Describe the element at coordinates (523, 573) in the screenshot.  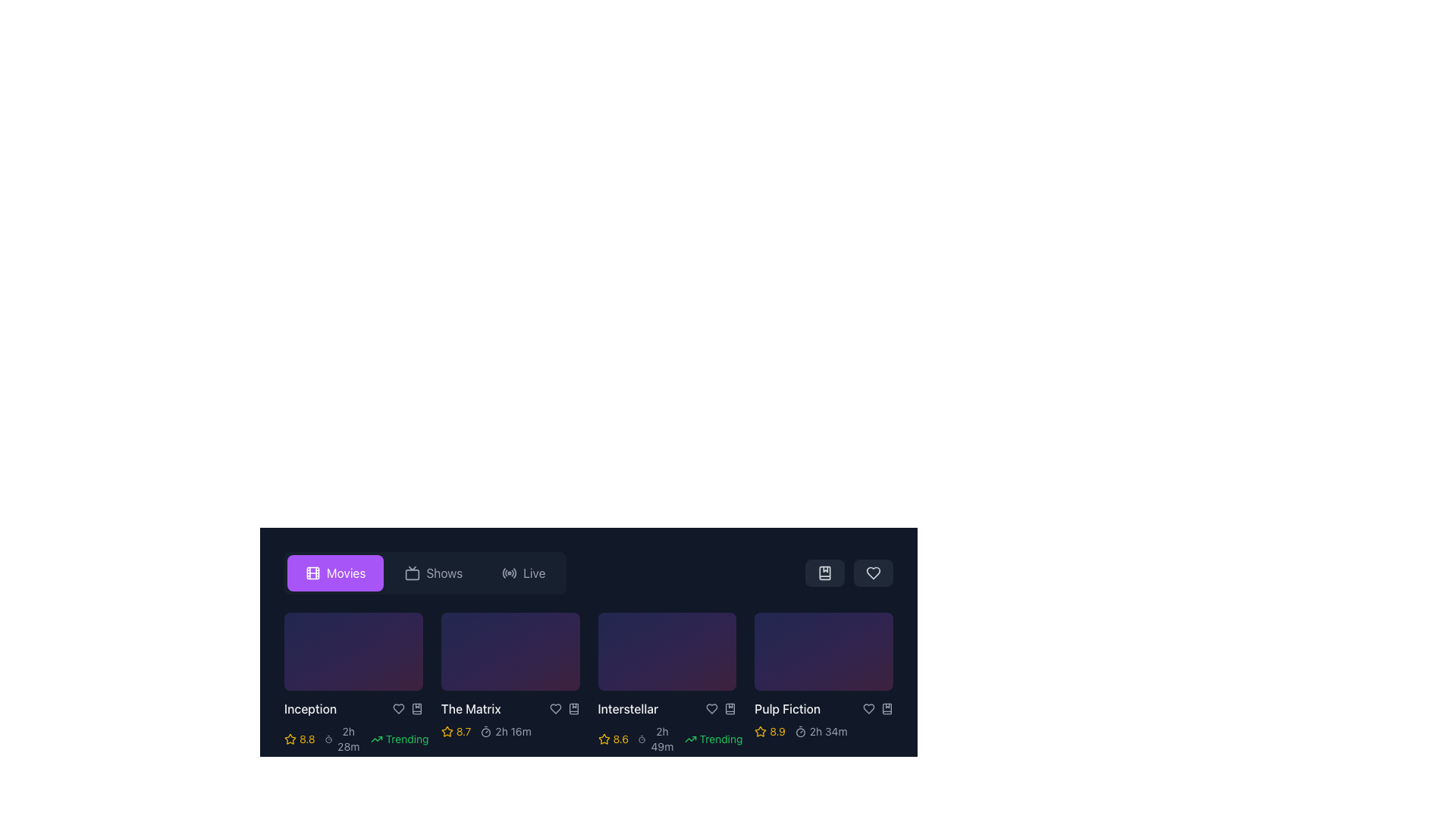
I see `the 'Live' button, which is the rightmost button with a dark background and light gray text` at that location.